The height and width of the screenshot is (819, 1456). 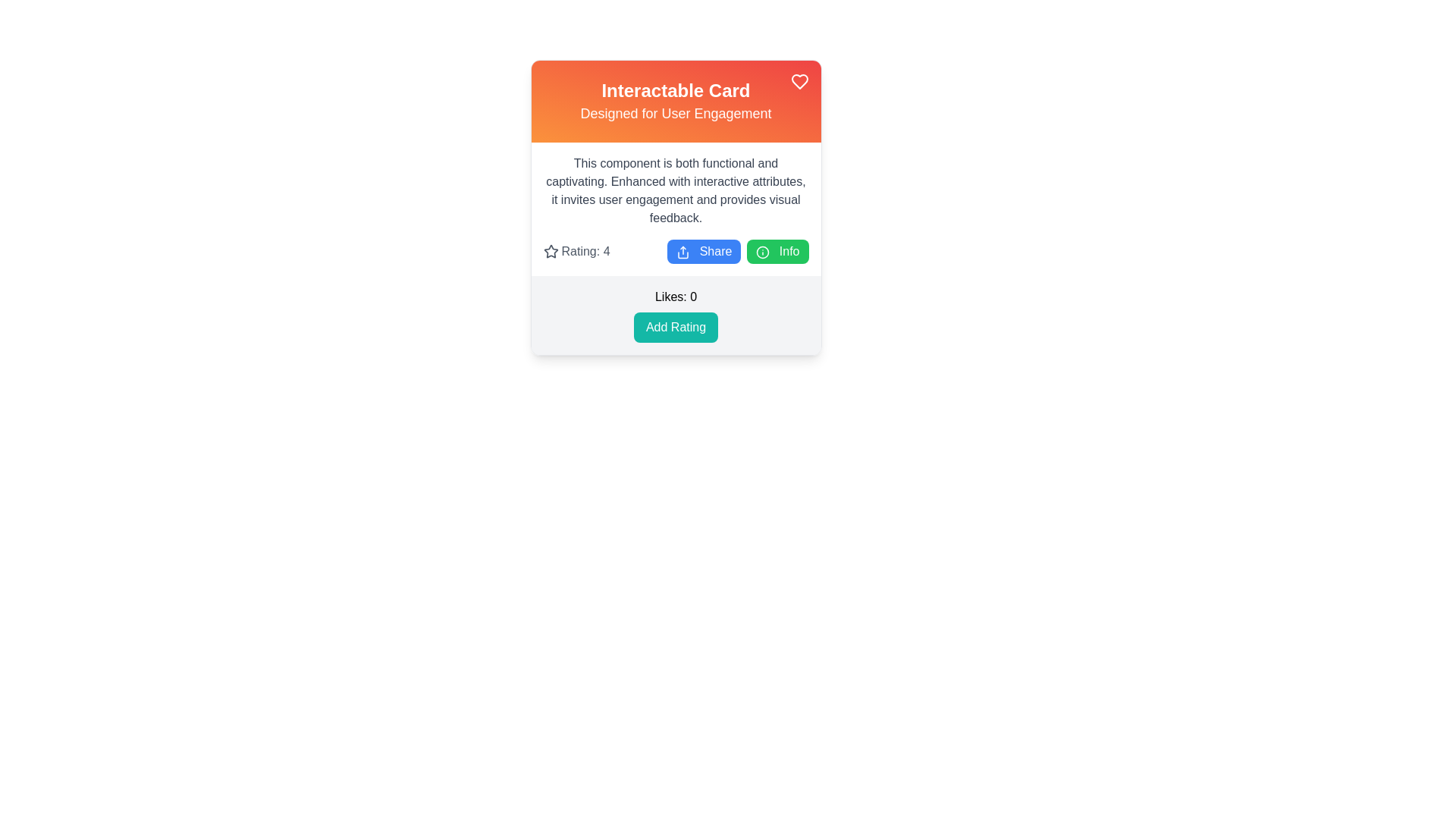 What do you see at coordinates (675, 327) in the screenshot?
I see `the 'Add Rating' button, which has a green-teal background and is located below the 'Likes: 0' label` at bounding box center [675, 327].